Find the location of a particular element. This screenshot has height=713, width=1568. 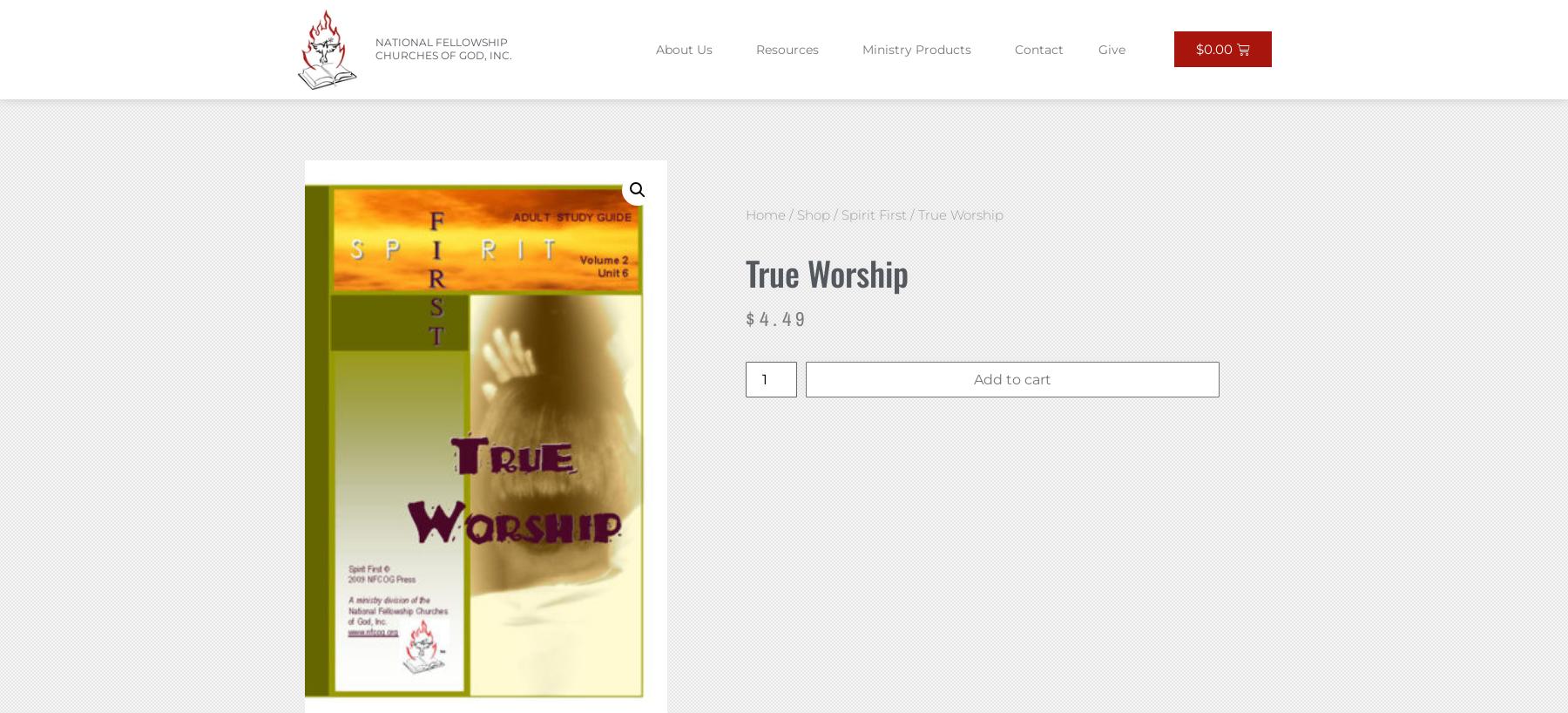

'True Worship' is located at coordinates (746, 271).